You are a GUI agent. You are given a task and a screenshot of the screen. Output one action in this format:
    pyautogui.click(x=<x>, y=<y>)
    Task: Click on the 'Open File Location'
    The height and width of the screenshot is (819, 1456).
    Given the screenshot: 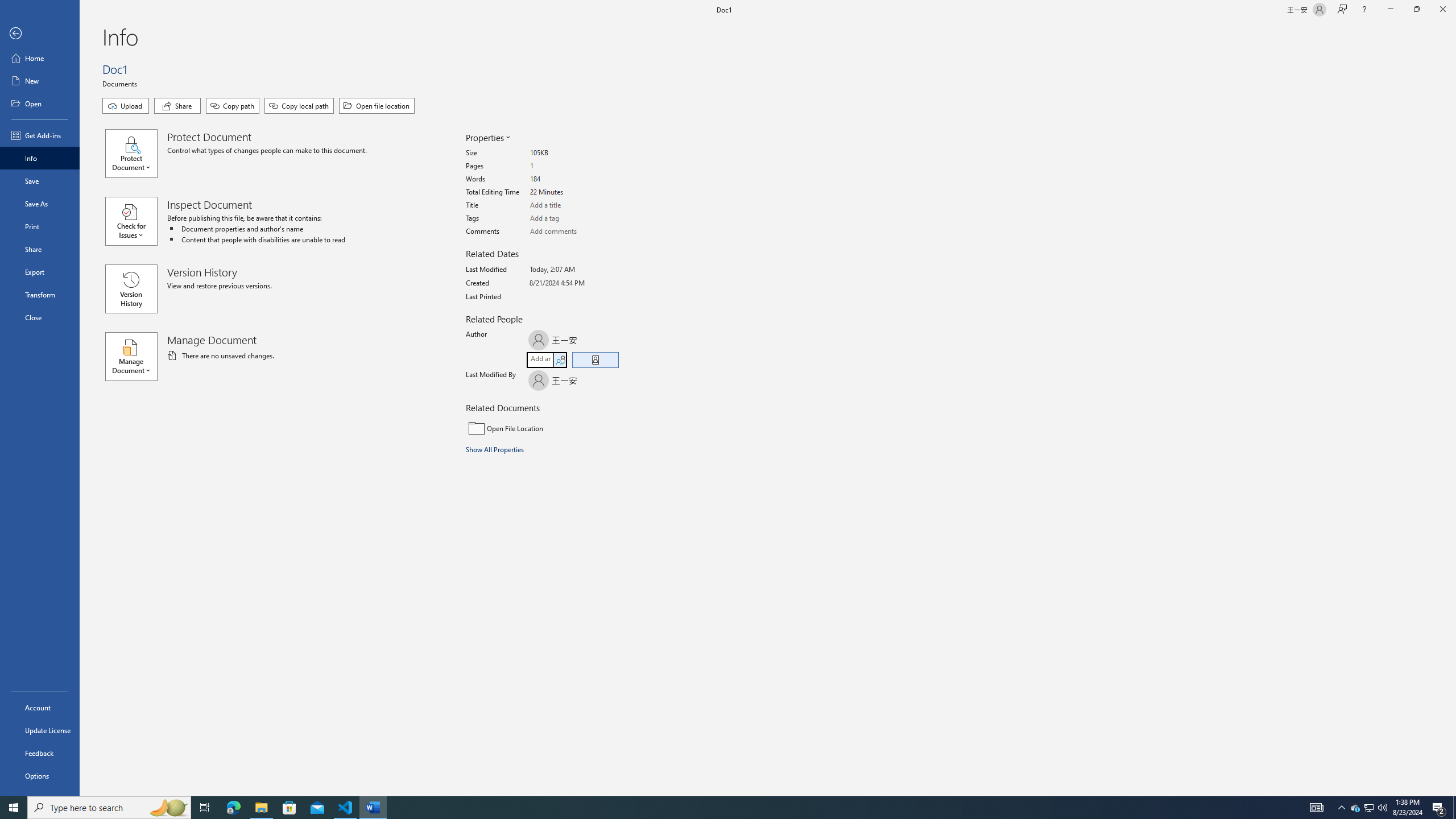 What is the action you would take?
    pyautogui.click(x=542, y=428)
    